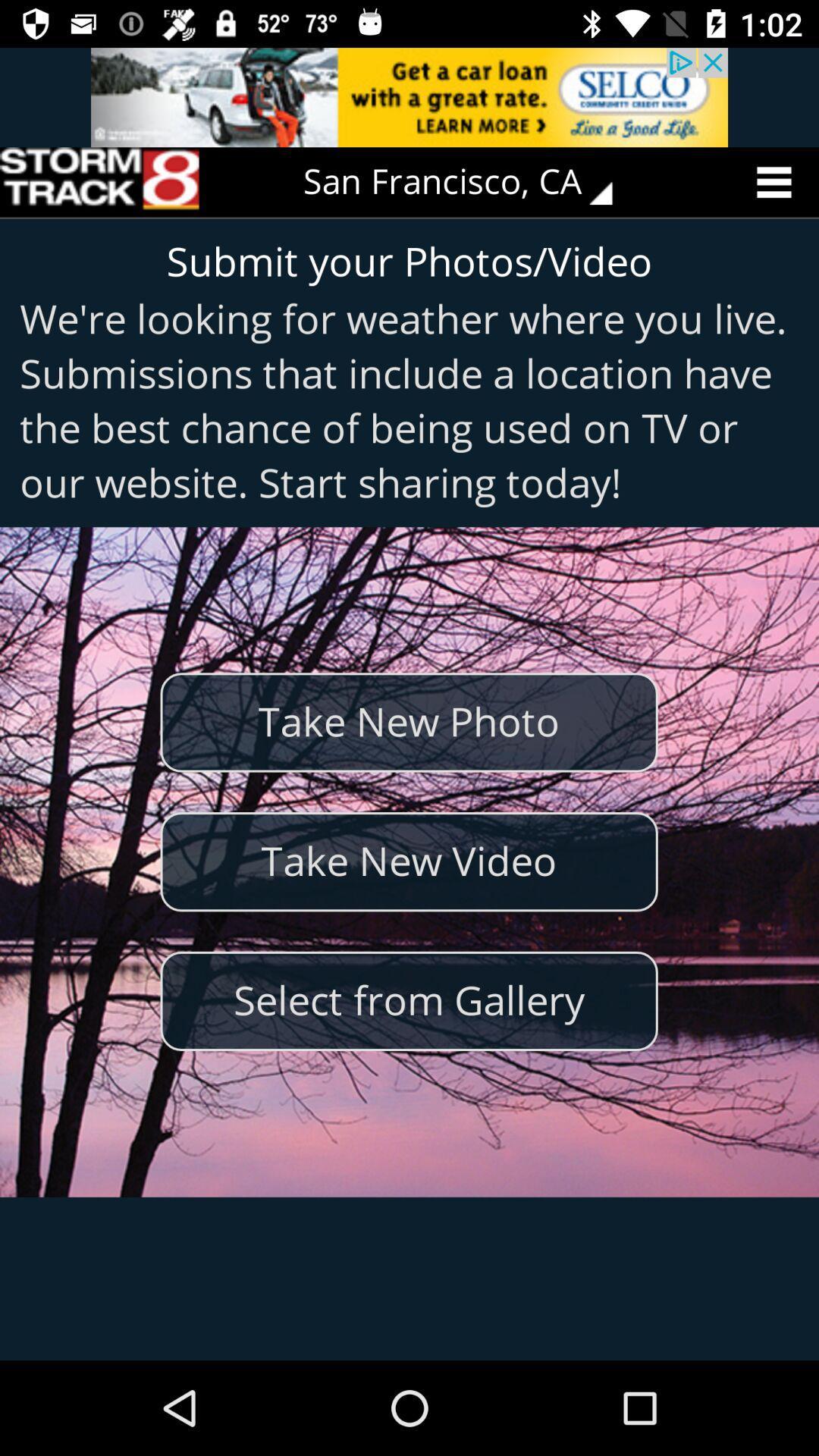 The width and height of the screenshot is (819, 1456). I want to click on the icon at the top left corner, so click(99, 182).